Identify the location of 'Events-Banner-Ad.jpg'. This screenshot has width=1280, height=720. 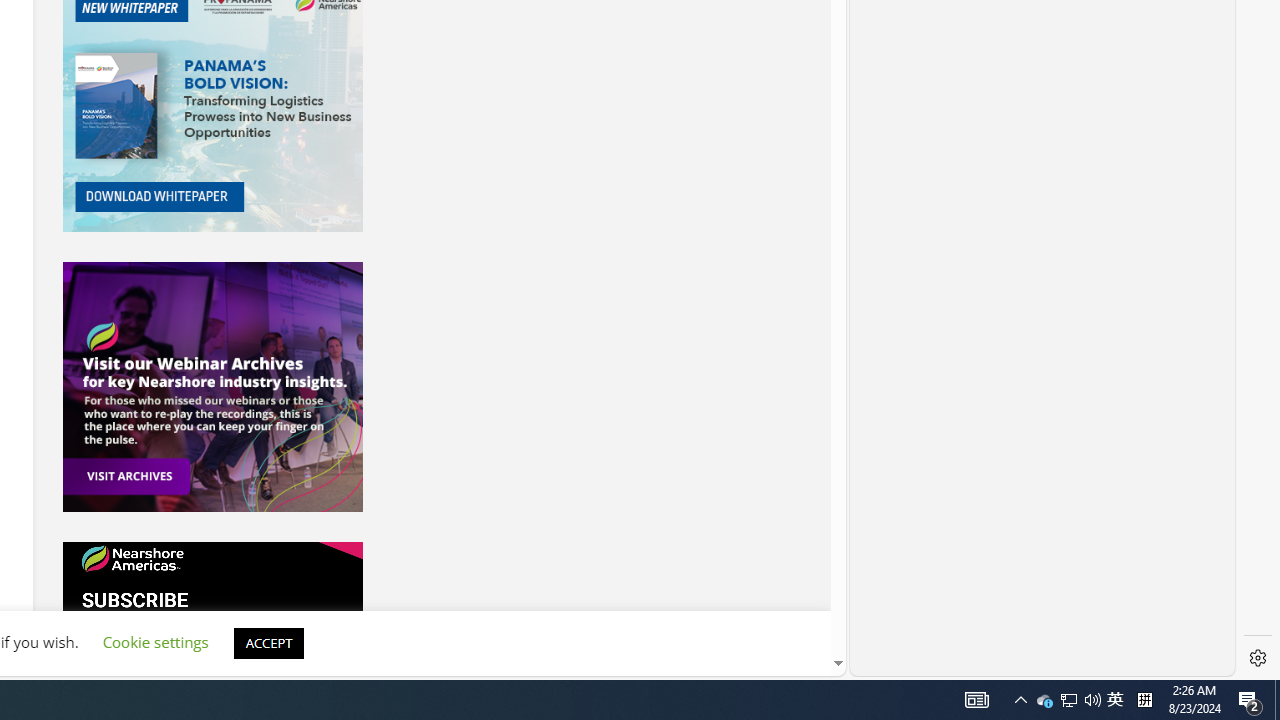
(212, 387).